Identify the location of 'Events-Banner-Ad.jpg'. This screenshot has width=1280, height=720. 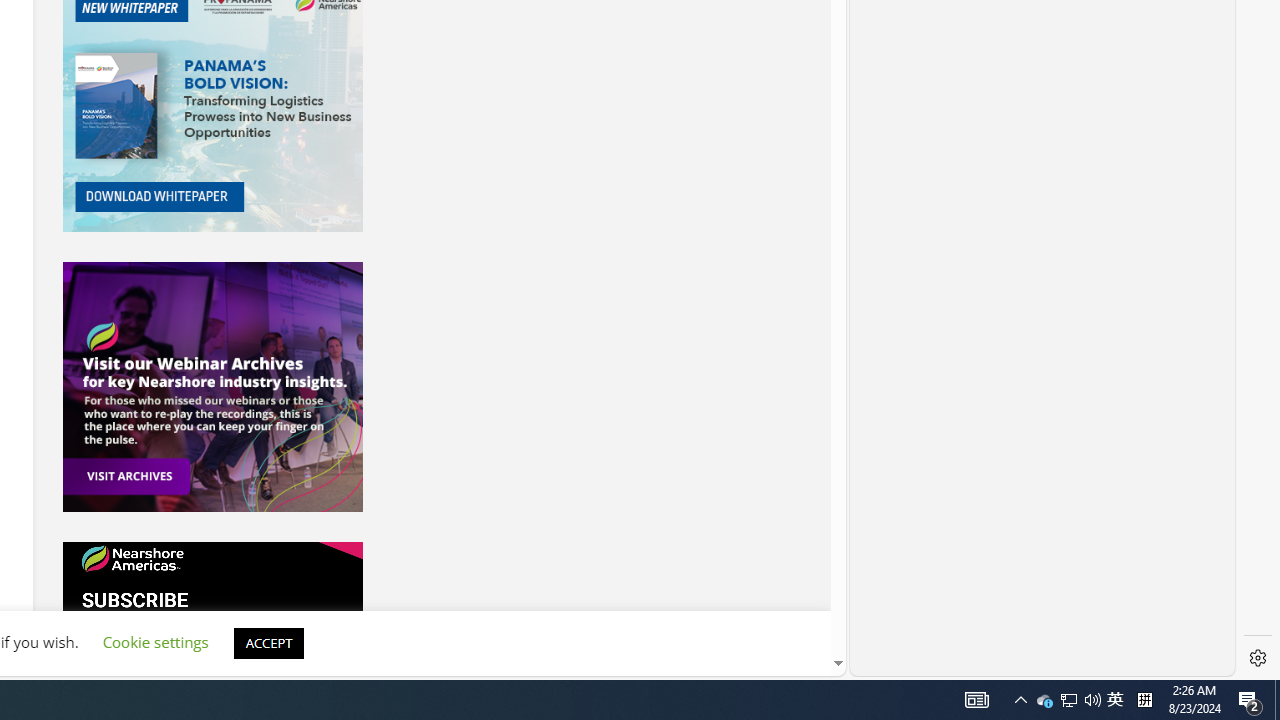
(212, 387).